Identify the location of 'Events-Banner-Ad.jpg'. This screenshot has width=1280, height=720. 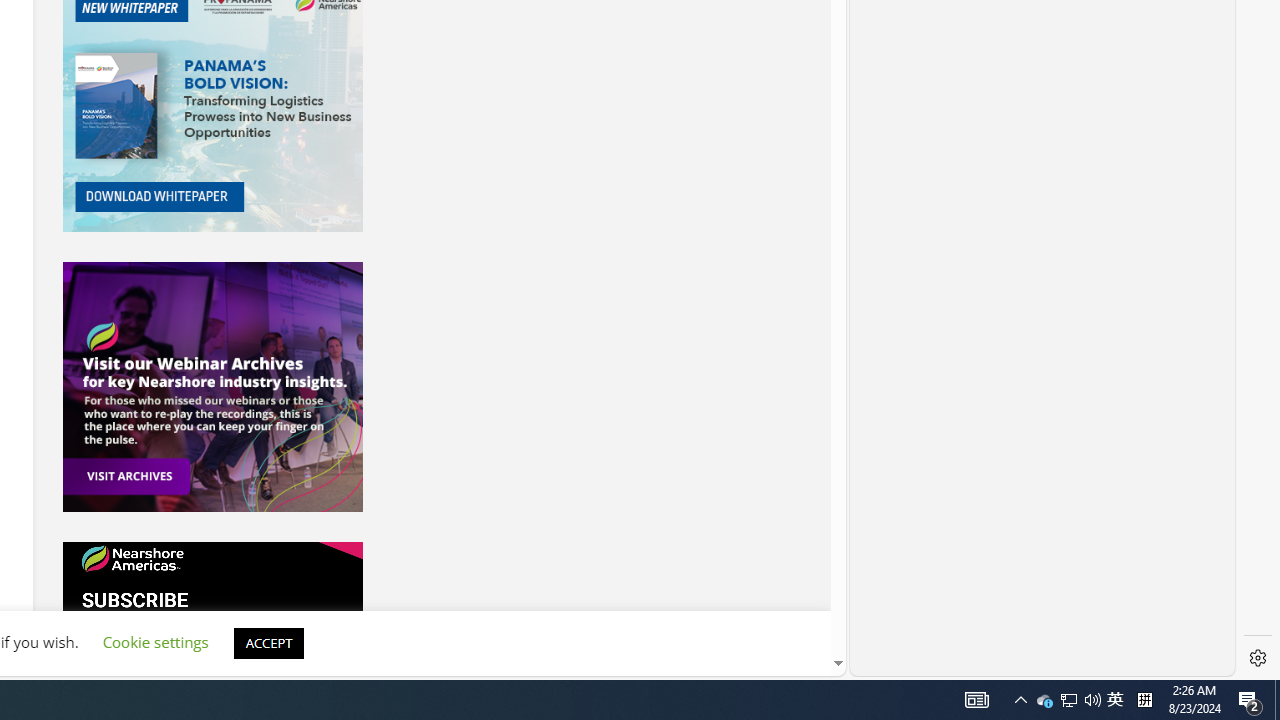
(212, 387).